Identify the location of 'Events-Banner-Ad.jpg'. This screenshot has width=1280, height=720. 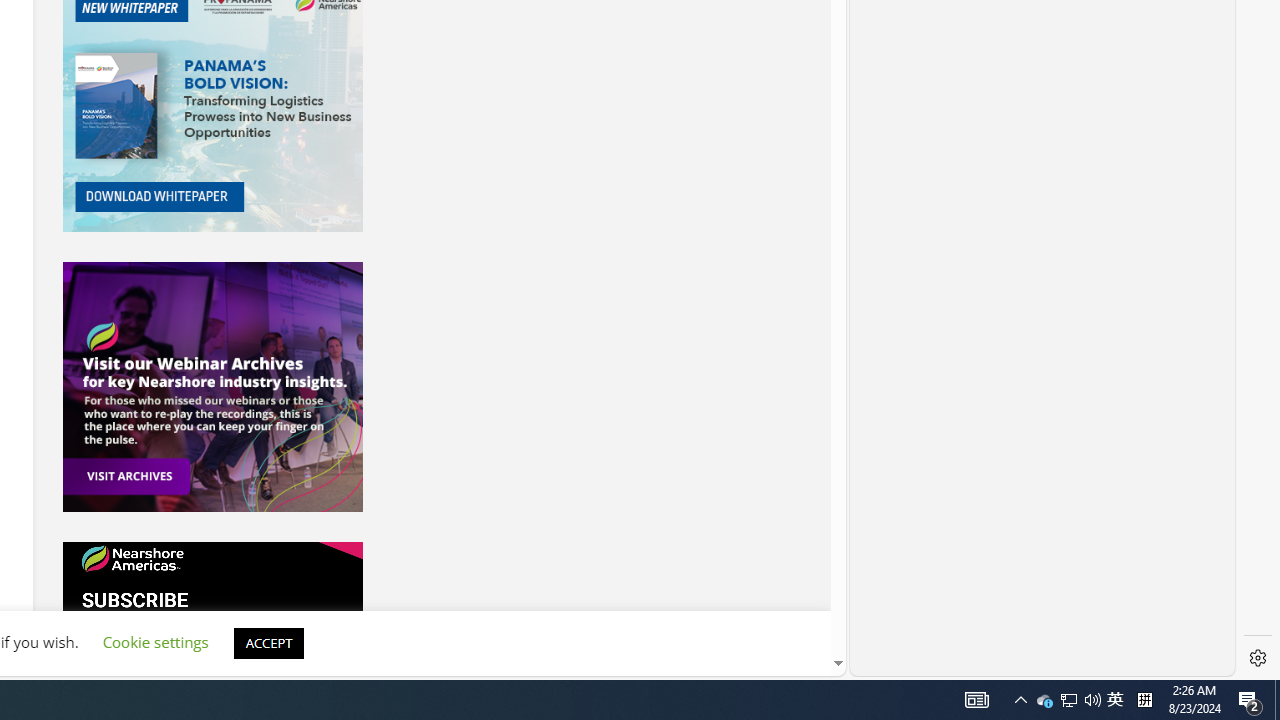
(212, 387).